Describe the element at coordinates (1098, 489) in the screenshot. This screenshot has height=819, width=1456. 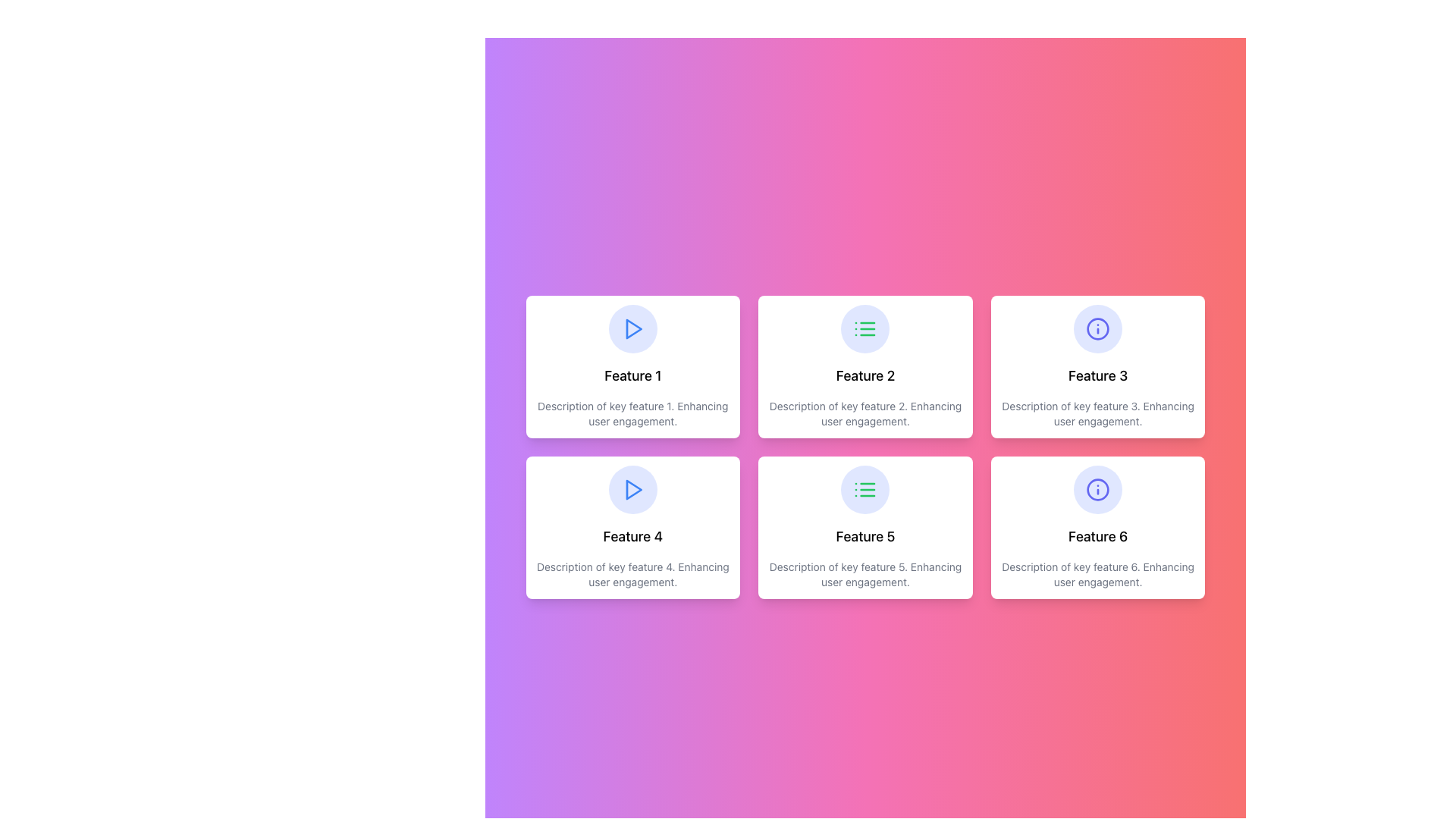
I see `the informational icon above the heading text 'Feature 6' in the bottom-right corner of the grid` at that location.